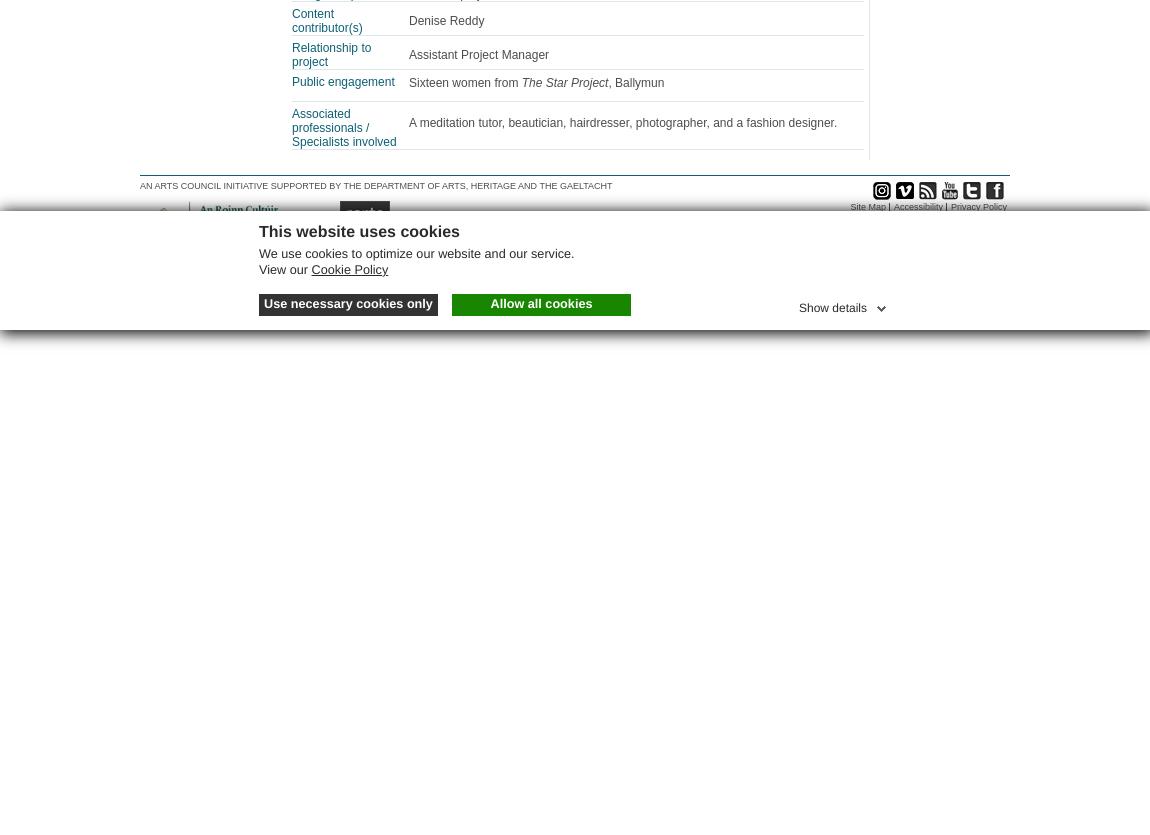 This screenshot has width=1150, height=835. I want to click on 'Accessibility', so click(892, 206).